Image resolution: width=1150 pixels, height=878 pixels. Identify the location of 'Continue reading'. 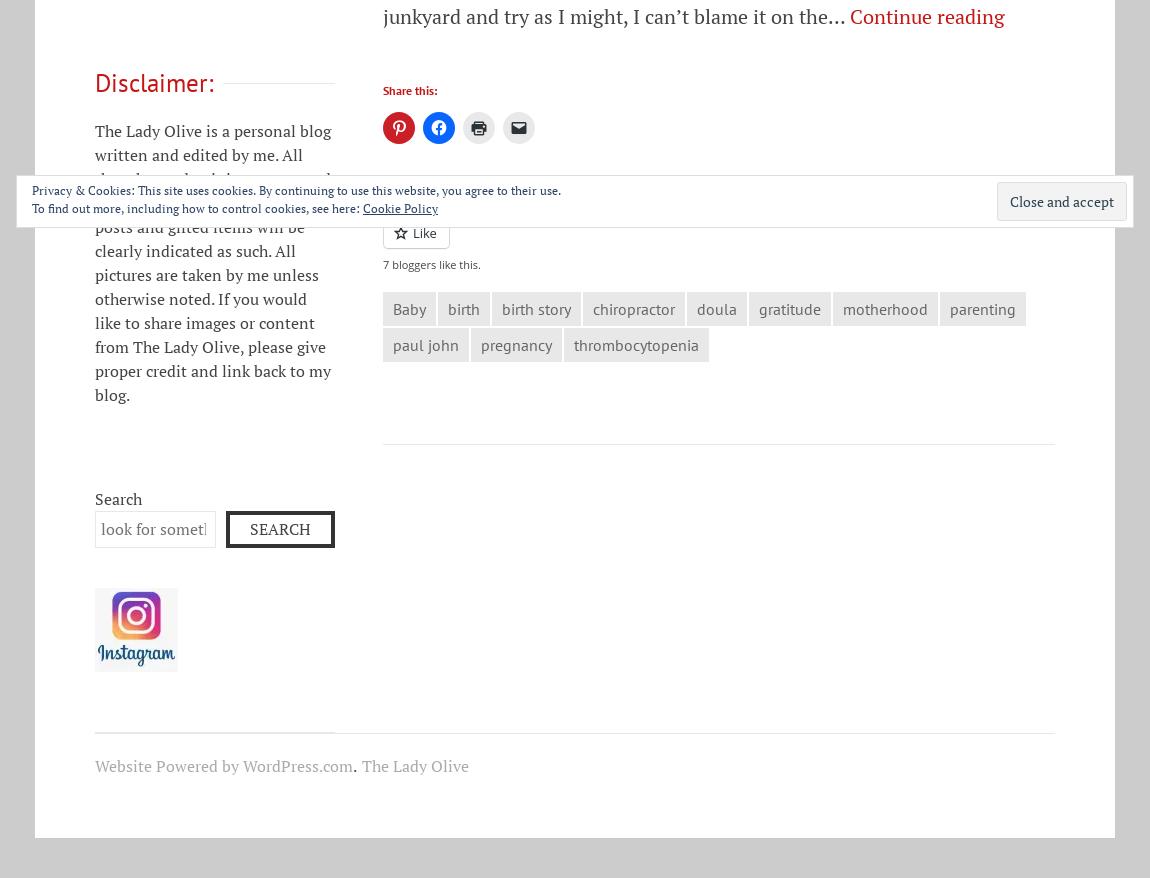
(927, 14).